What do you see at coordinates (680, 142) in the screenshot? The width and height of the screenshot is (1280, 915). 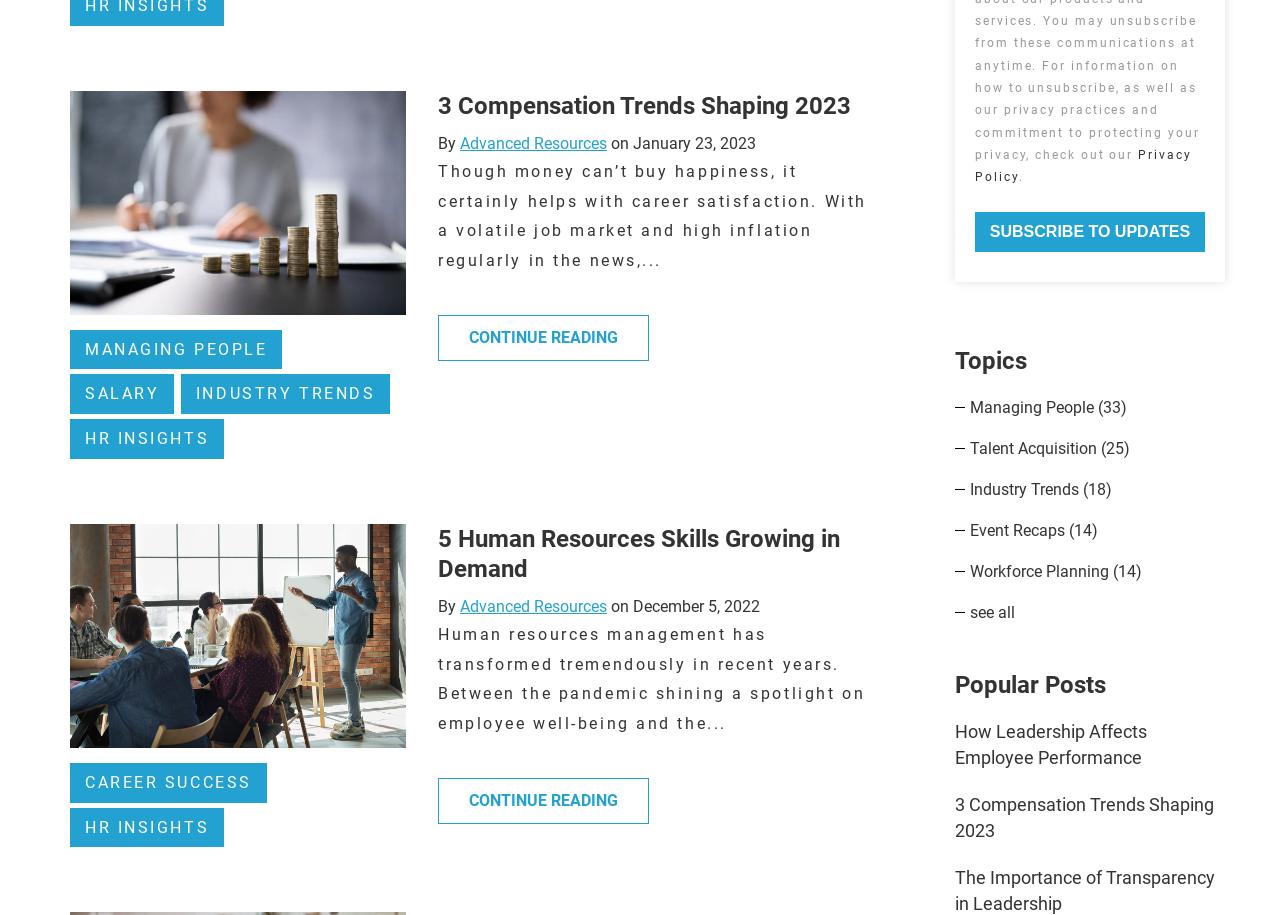 I see `'on   January 23, 2023'` at bounding box center [680, 142].